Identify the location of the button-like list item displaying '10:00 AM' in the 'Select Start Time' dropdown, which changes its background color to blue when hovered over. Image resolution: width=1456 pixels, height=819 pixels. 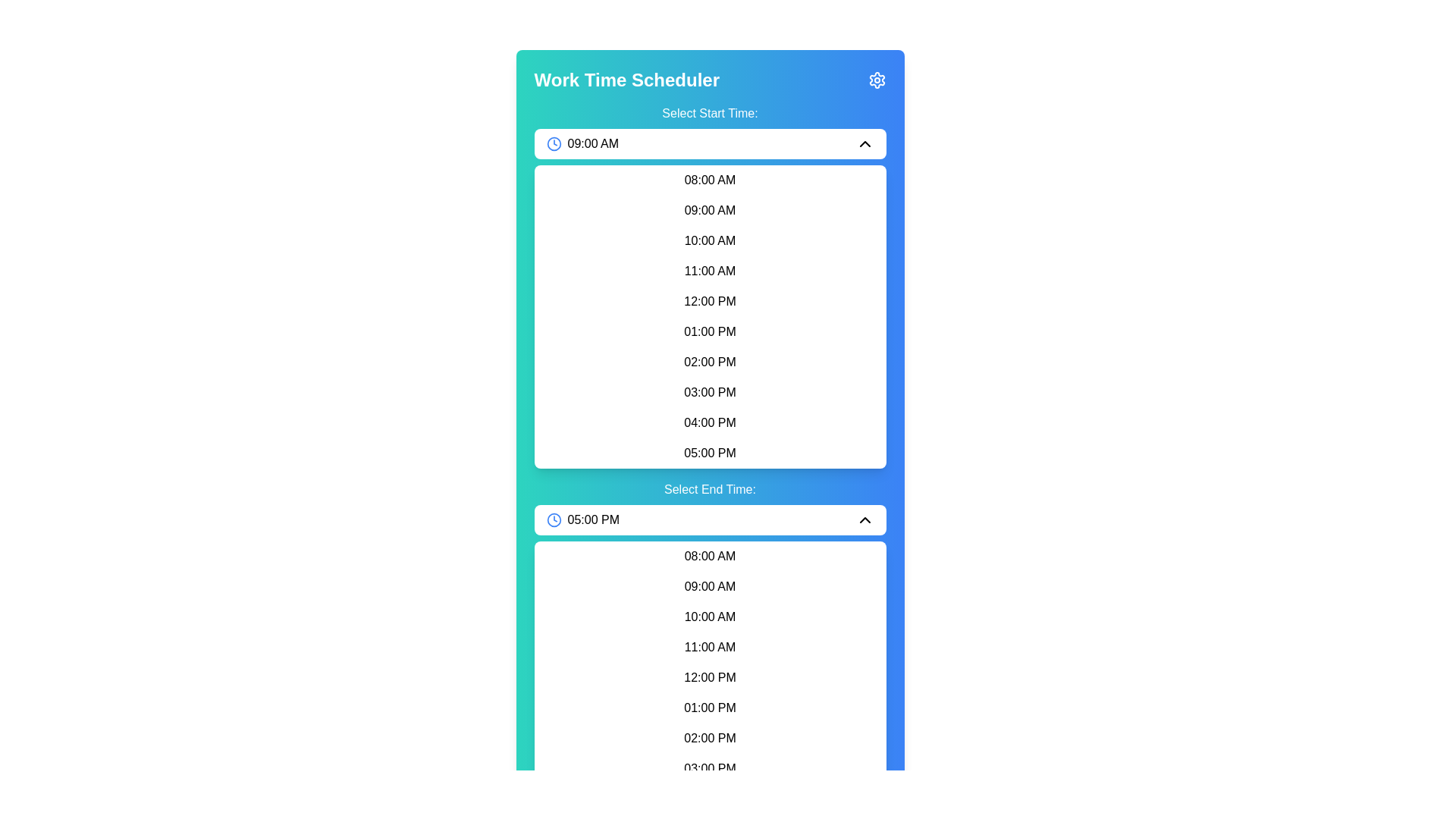
(709, 240).